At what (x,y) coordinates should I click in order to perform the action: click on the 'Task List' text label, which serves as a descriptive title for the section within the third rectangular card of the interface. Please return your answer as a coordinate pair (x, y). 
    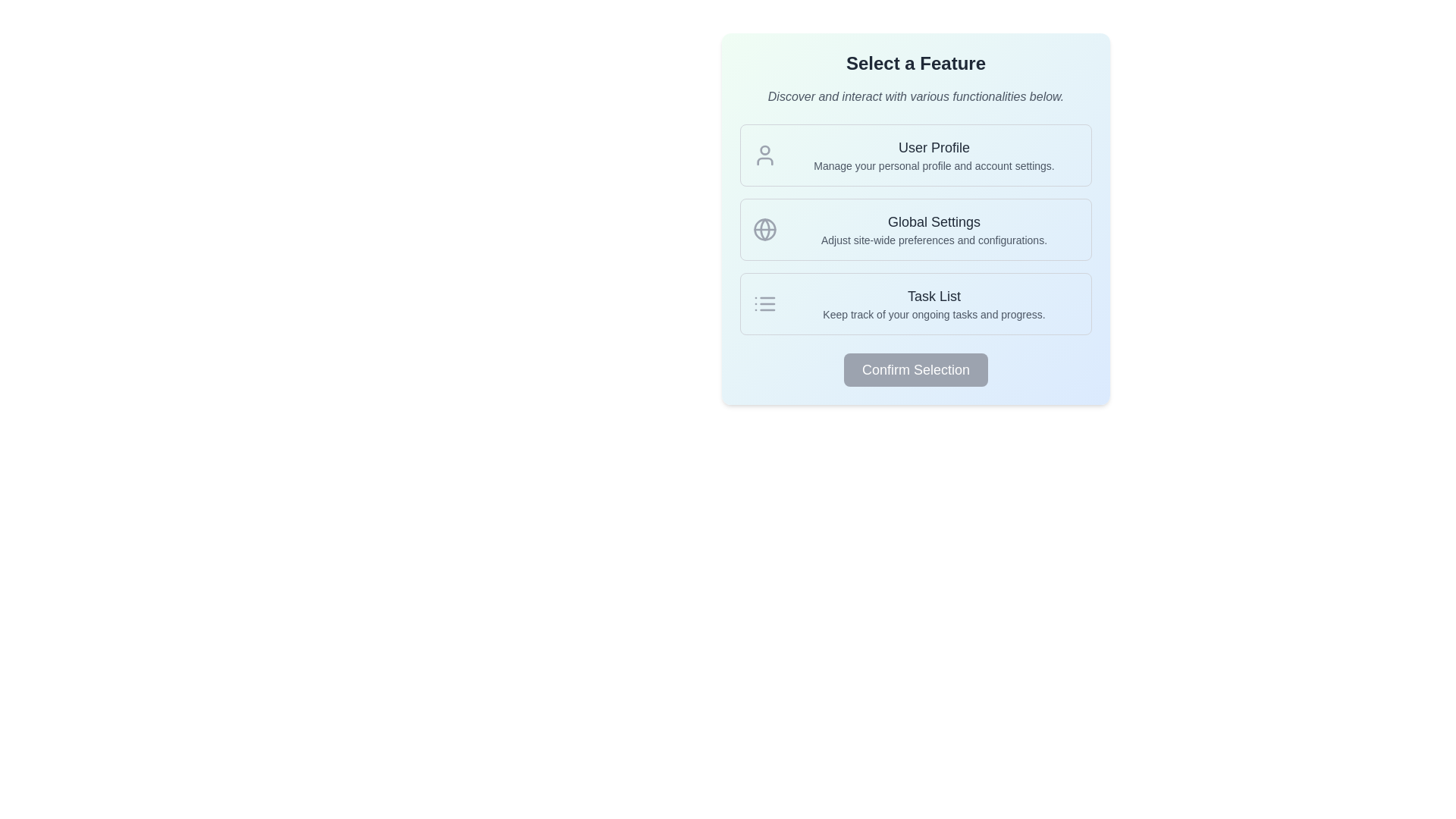
    Looking at the image, I should click on (934, 296).